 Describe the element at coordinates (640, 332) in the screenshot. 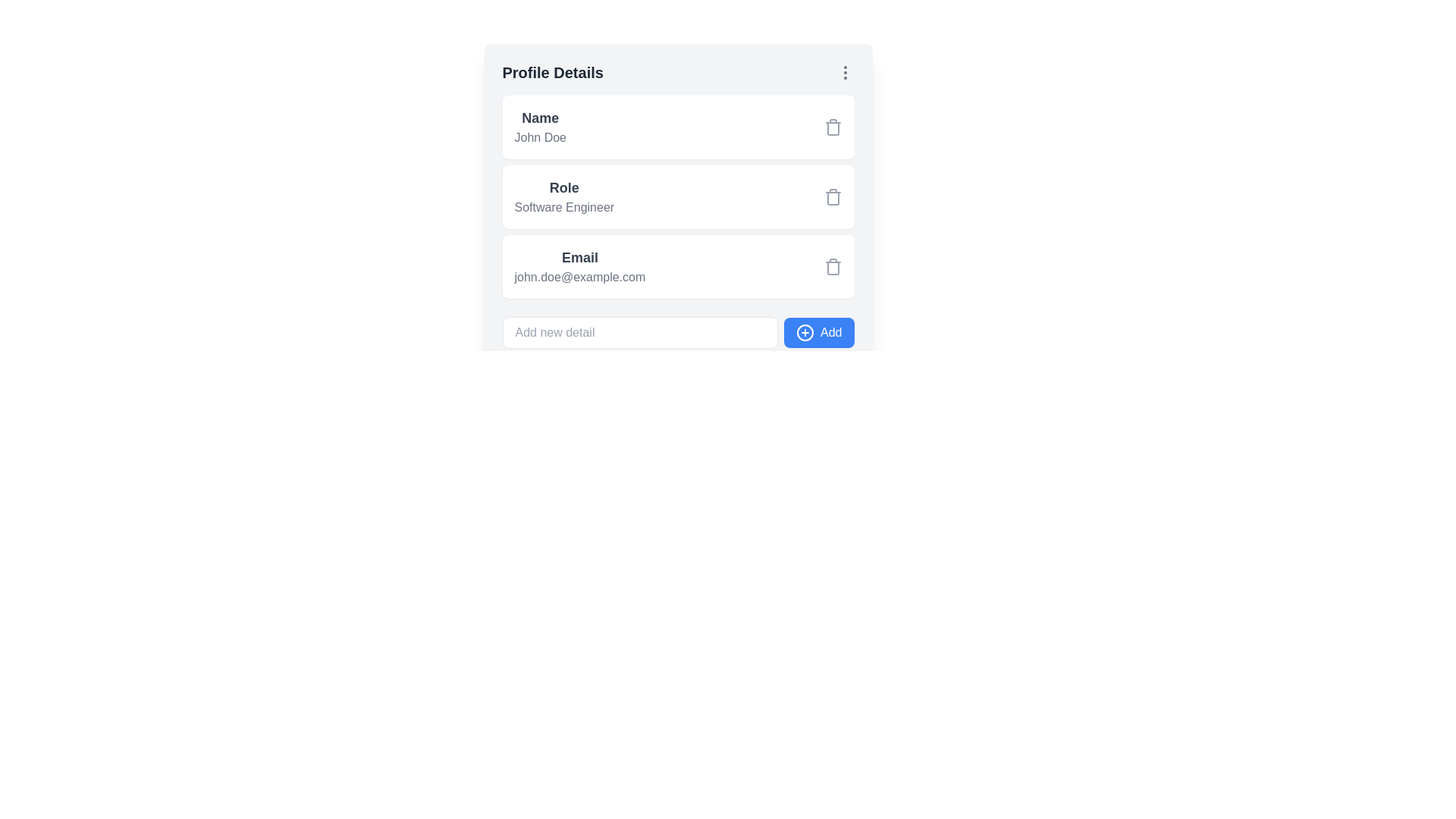

I see `to select any existing text in the input field styled with a rounded border beneath the 'Profile Details' section` at that location.